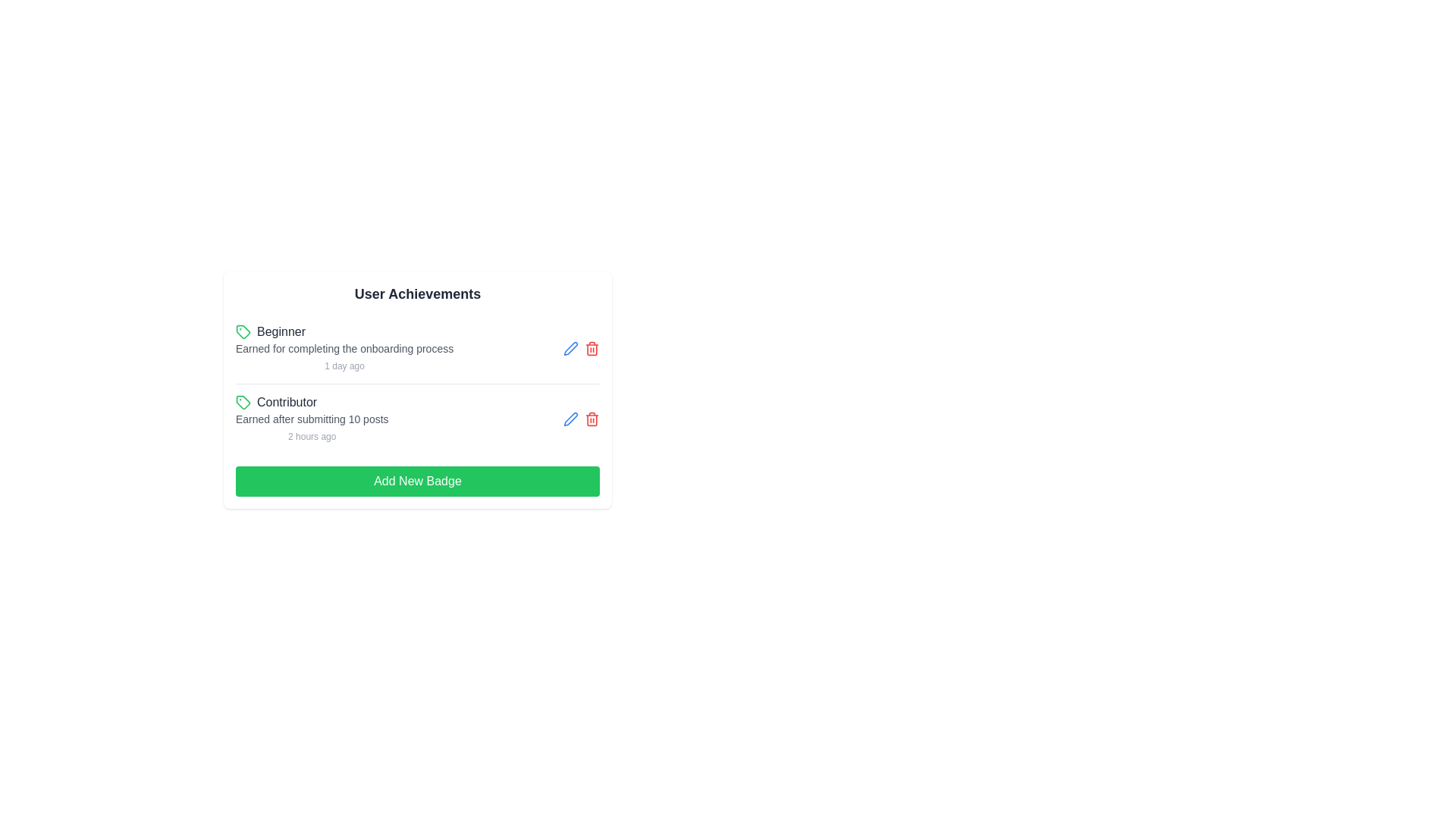 This screenshot has width=1456, height=819. Describe the element at coordinates (311, 402) in the screenshot. I see `the 'Contributor' label with a tag icon, which is the second badge in the list` at that location.